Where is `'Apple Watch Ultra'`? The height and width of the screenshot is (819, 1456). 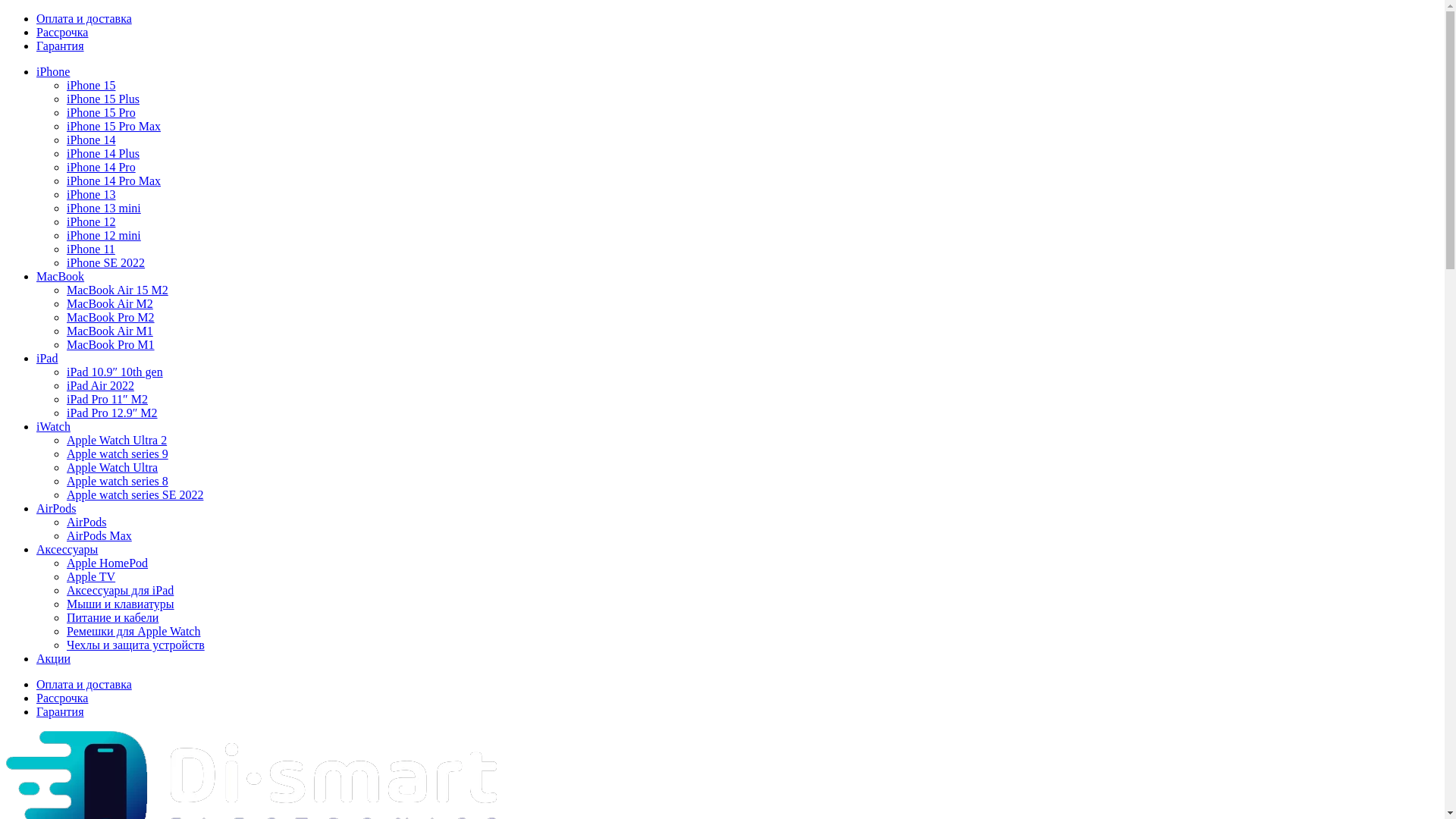
'Apple Watch Ultra' is located at coordinates (111, 466).